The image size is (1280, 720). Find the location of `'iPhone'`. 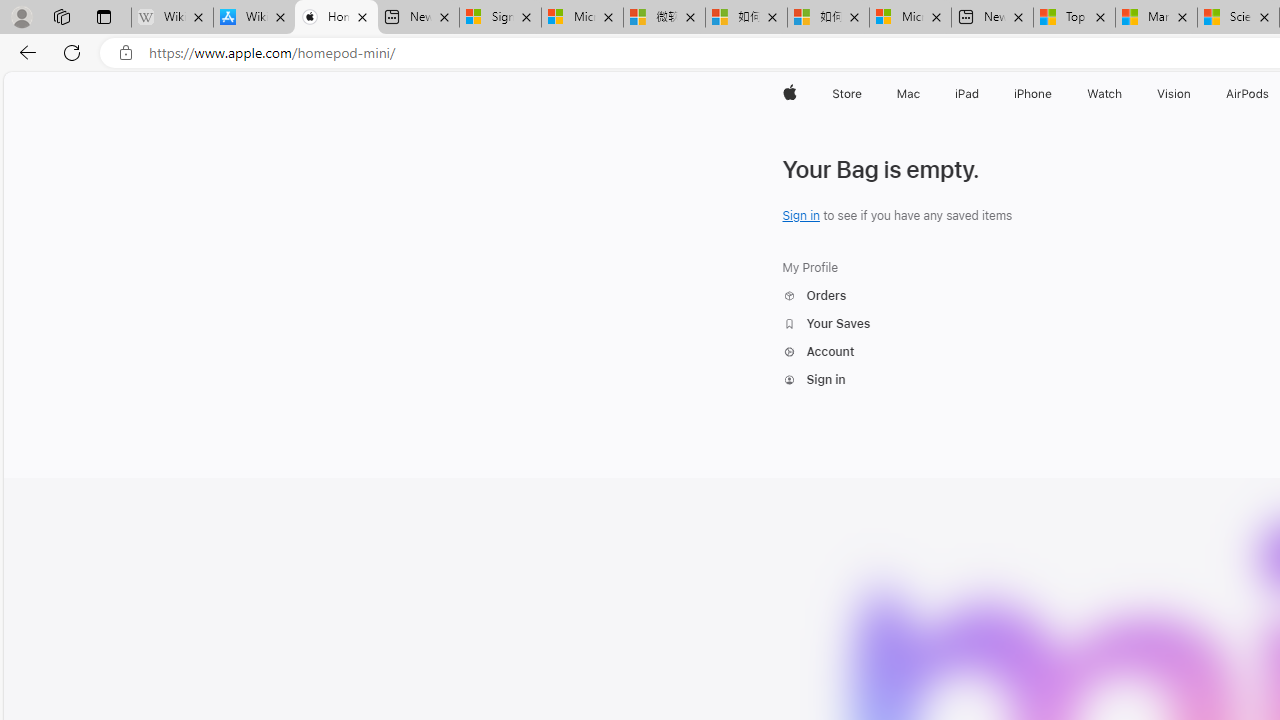

'iPhone' is located at coordinates (1033, 93).